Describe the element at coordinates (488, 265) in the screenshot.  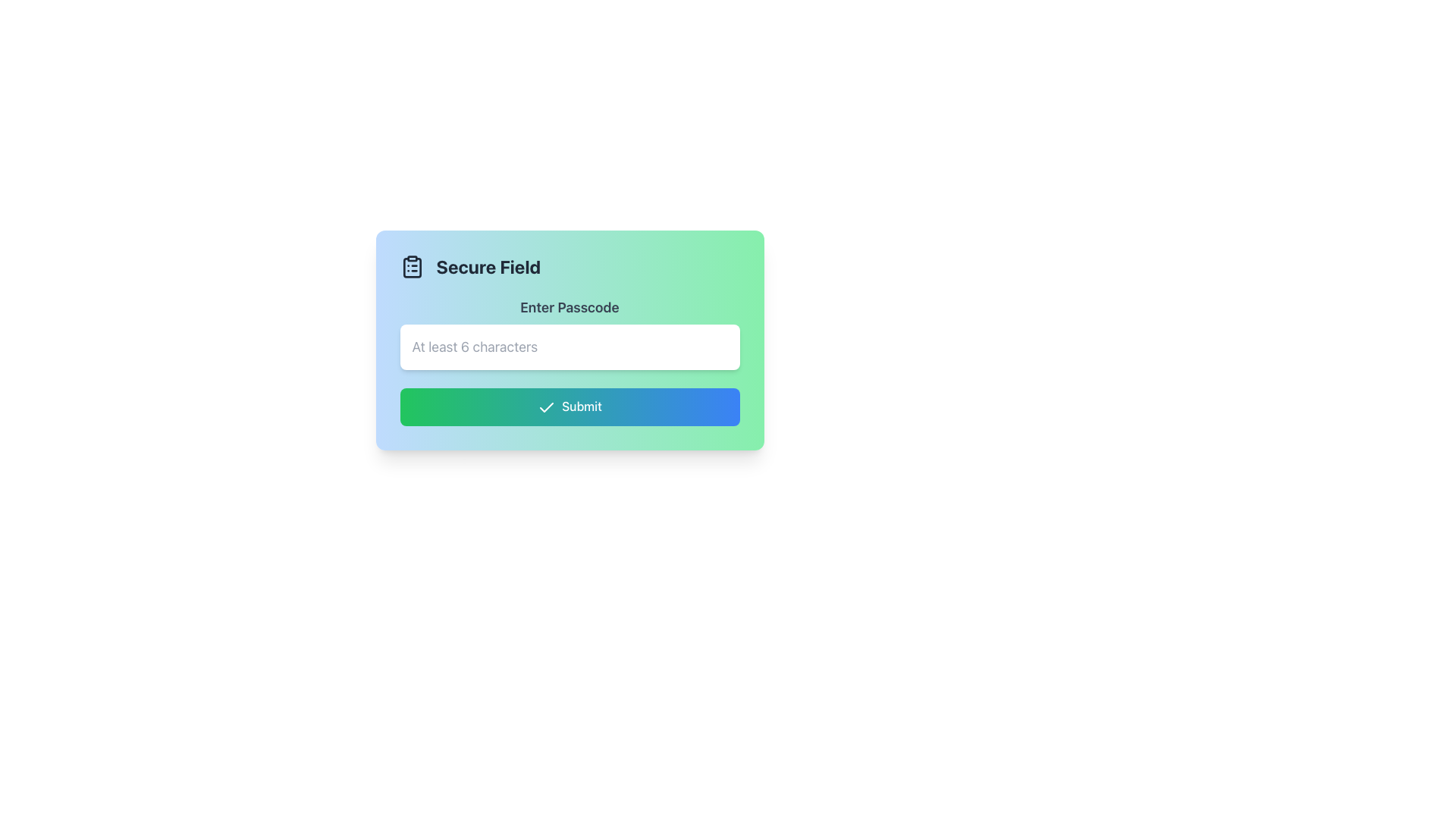
I see `the bold text label displaying 'Secure Field', which is prominently styled in a large dark gray font and located near the top-left of a content card` at that location.